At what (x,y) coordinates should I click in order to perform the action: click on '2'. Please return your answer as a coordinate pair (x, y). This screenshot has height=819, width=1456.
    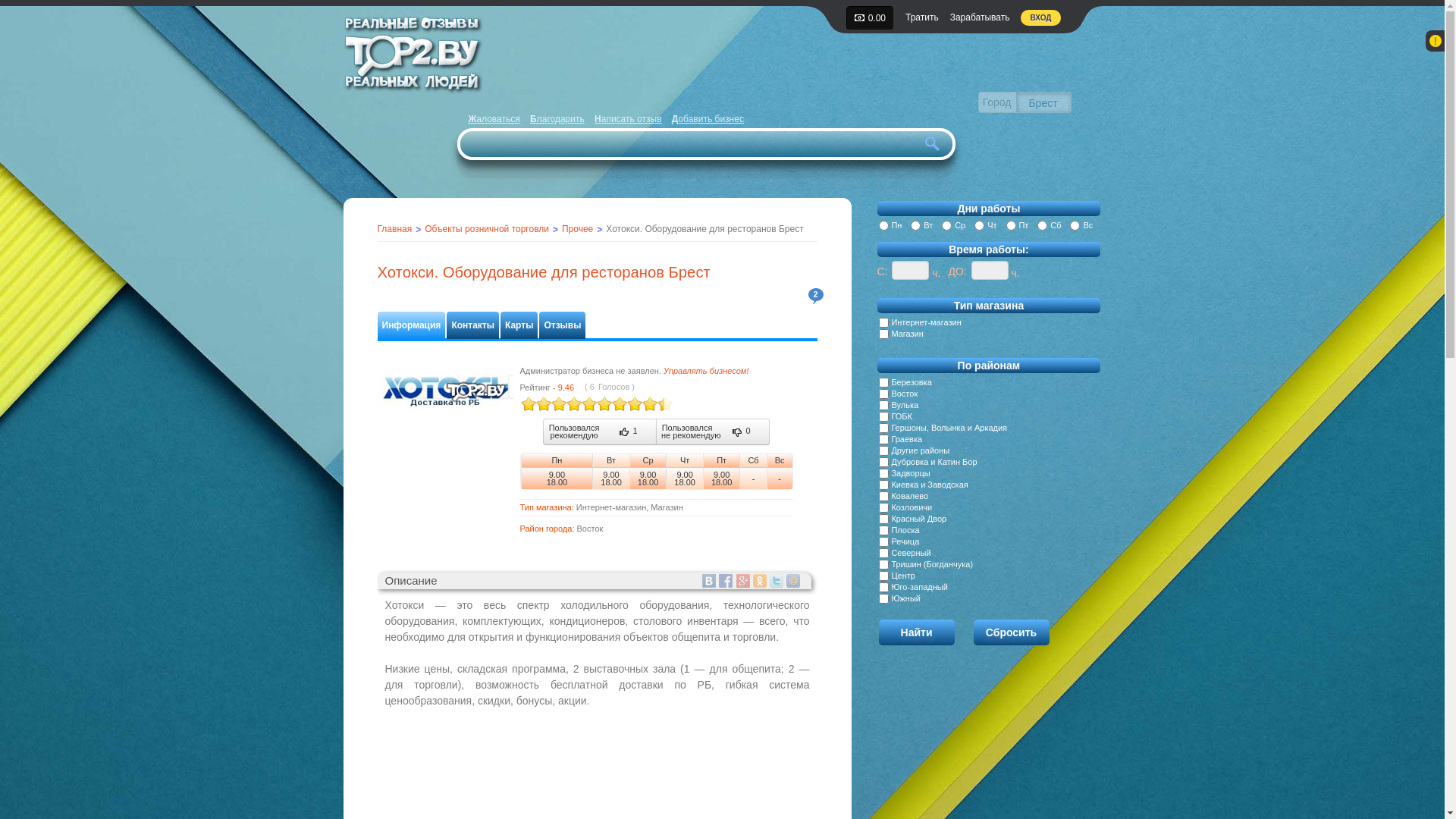
    Looking at the image, I should click on (814, 296).